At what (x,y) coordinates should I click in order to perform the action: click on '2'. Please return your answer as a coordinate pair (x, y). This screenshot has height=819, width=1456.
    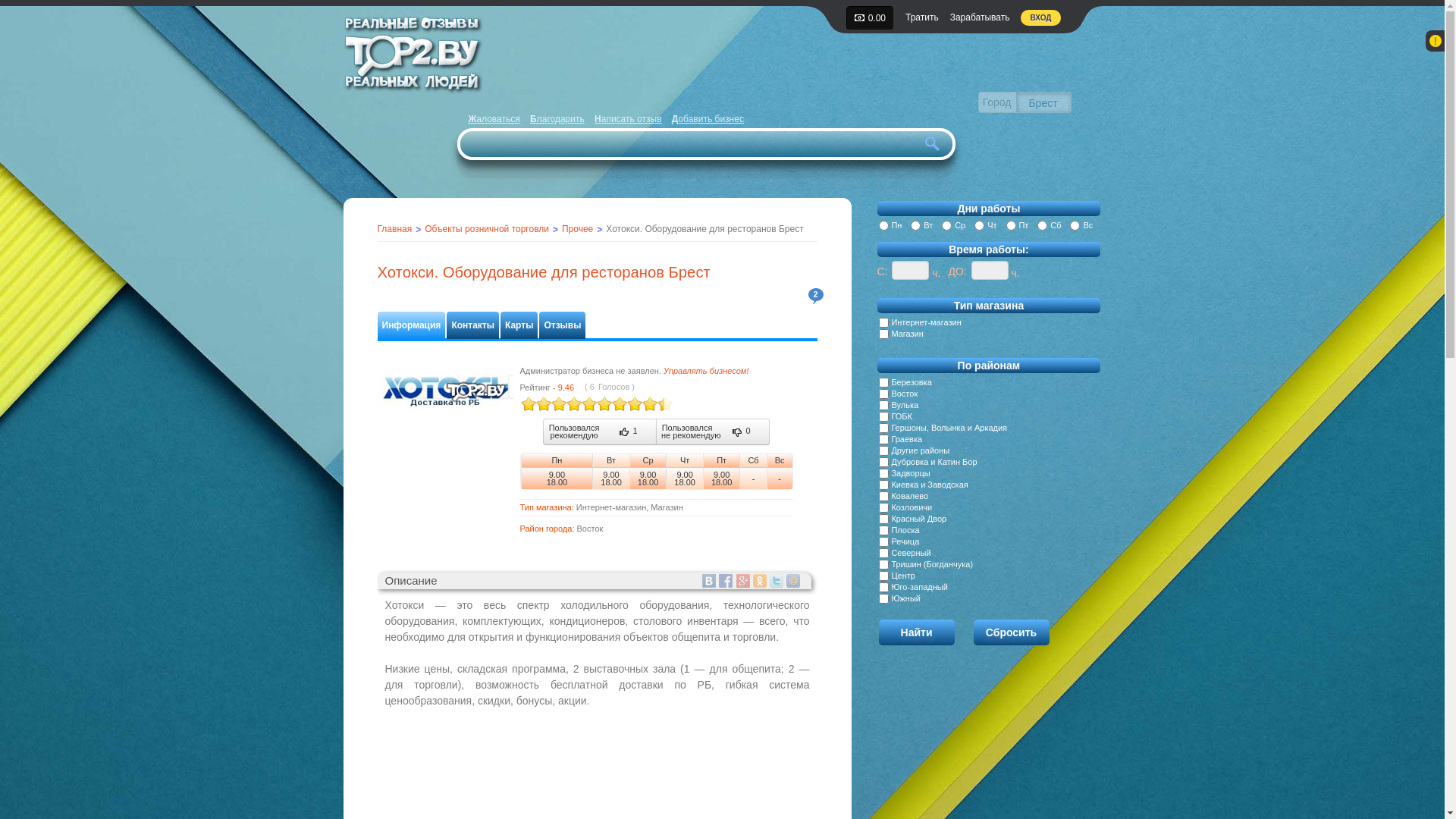
    Looking at the image, I should click on (814, 296).